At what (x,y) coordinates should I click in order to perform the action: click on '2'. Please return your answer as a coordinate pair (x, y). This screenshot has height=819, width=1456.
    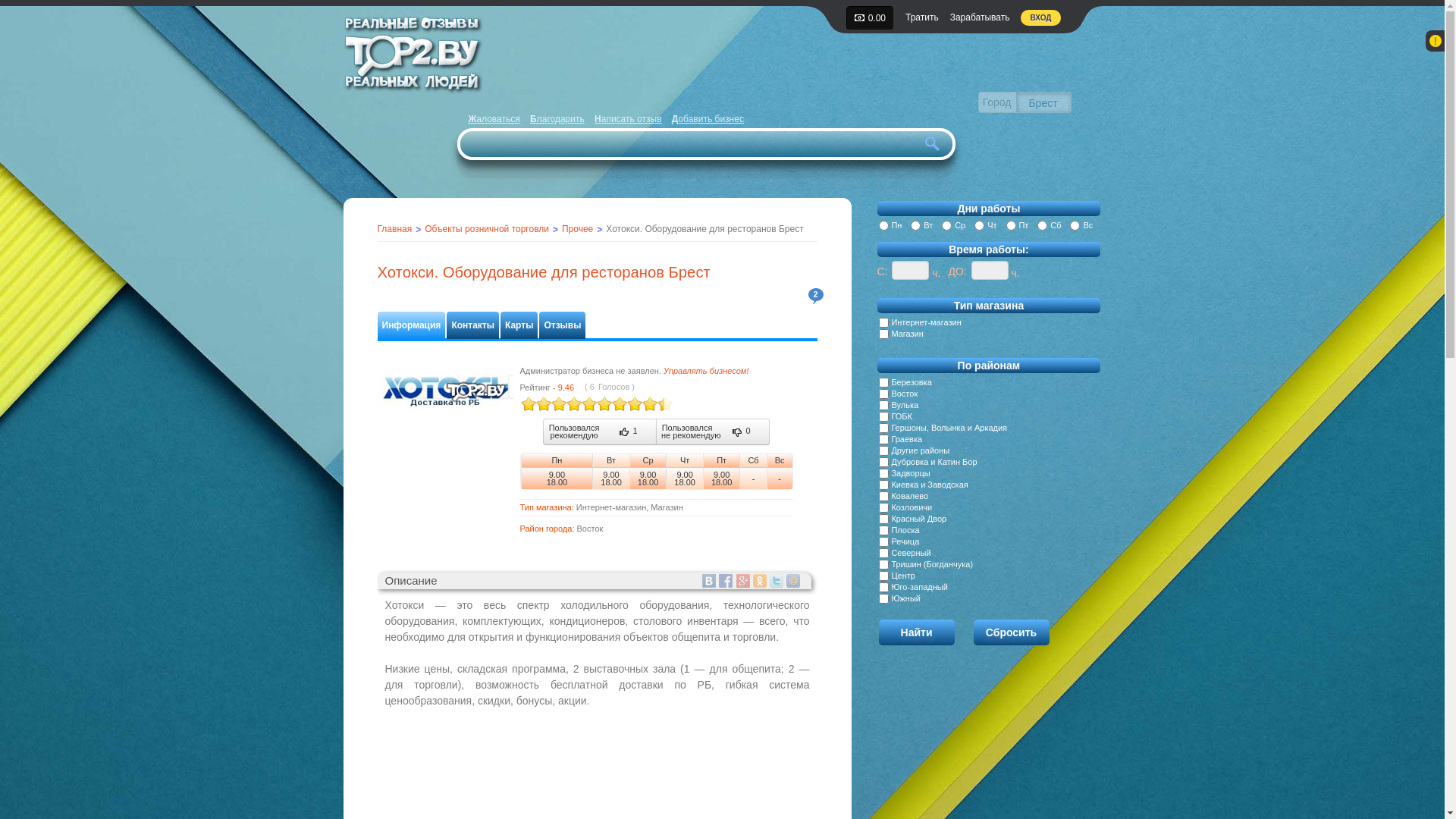
    Looking at the image, I should click on (814, 296).